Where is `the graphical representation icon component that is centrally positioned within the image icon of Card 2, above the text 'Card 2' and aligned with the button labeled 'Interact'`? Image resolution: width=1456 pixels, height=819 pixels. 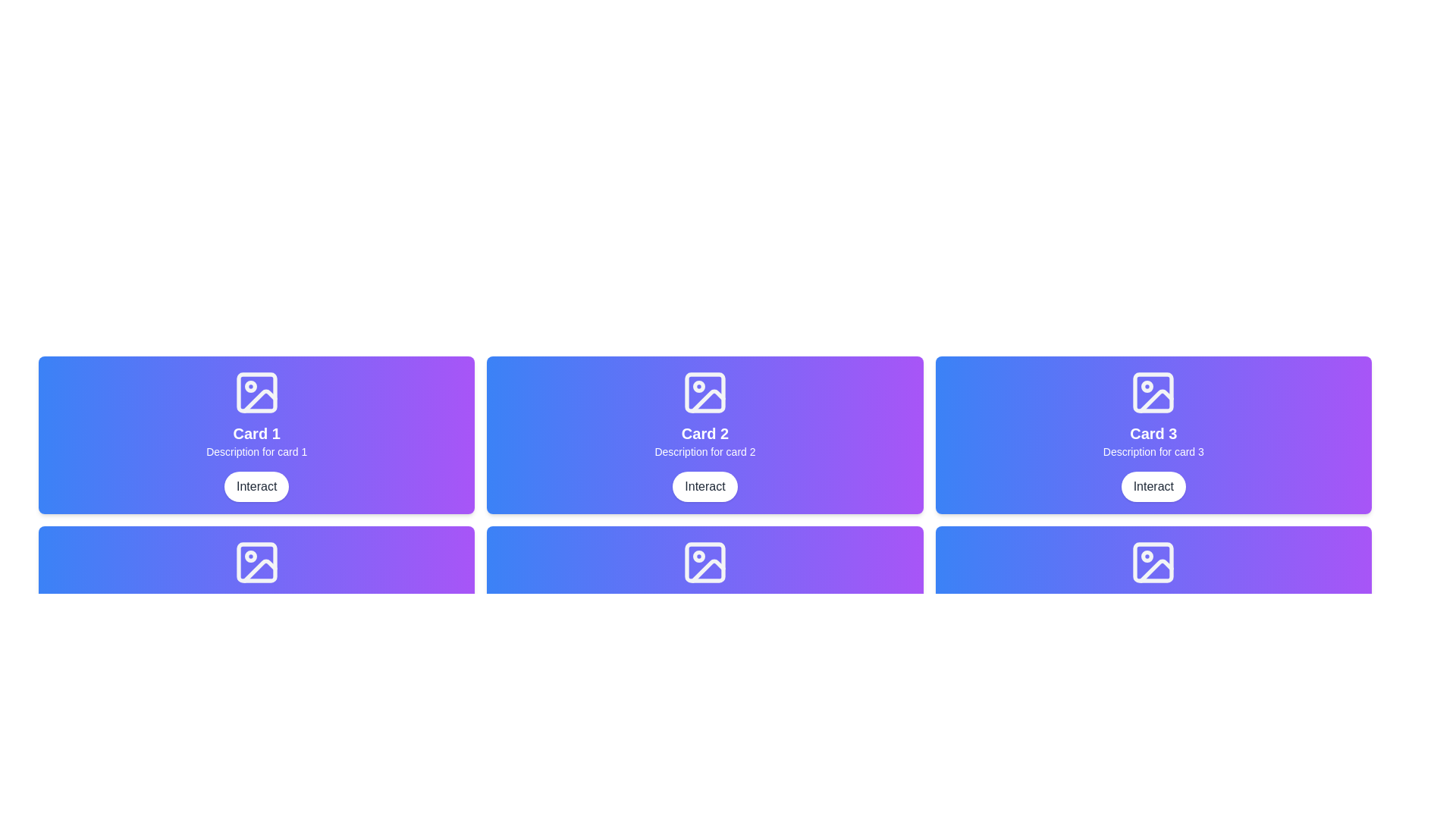 the graphical representation icon component that is centrally positioned within the image icon of Card 2, above the text 'Card 2' and aligned with the button labeled 'Interact' is located at coordinates (704, 391).